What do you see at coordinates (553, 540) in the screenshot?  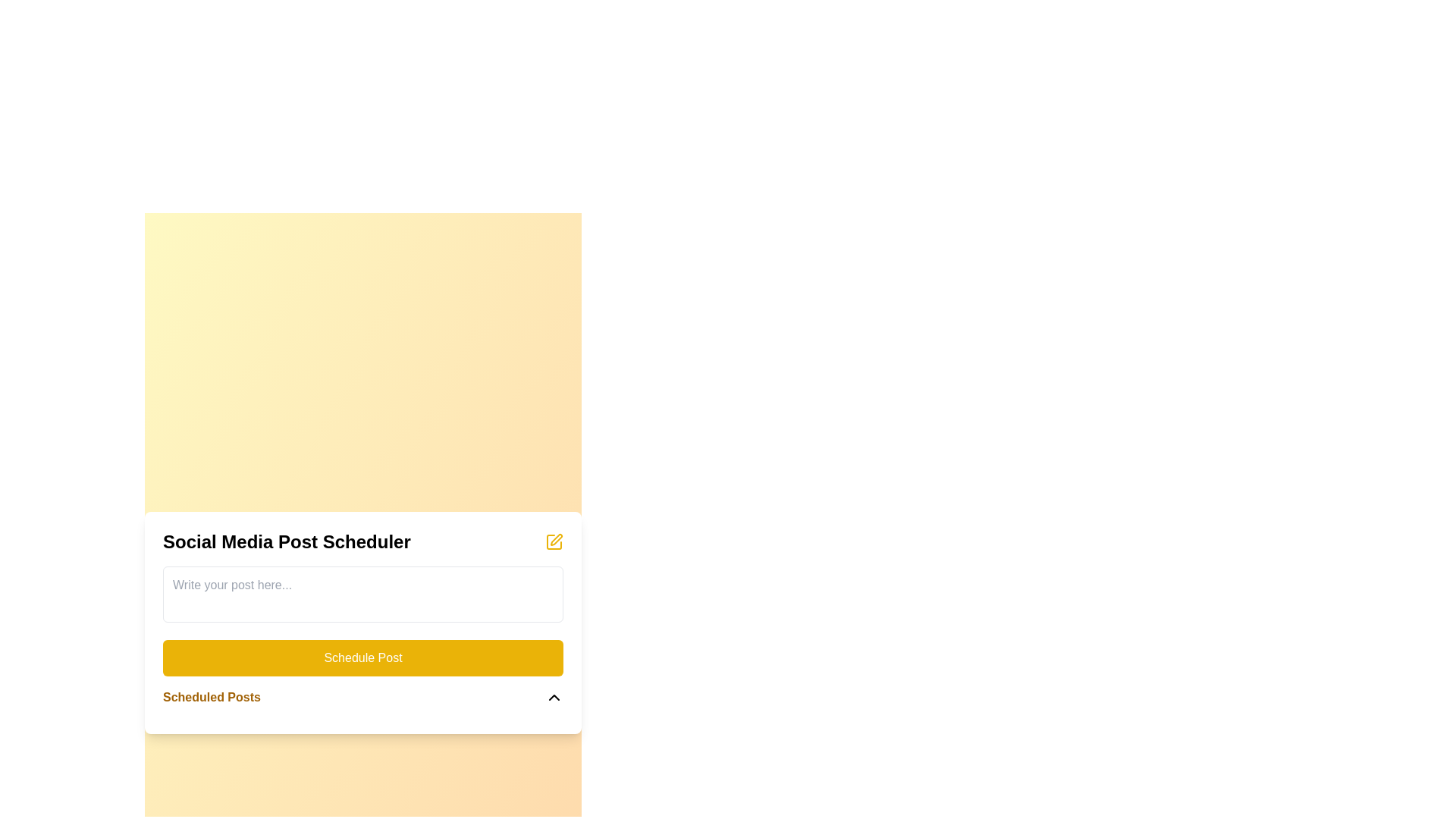 I see `the icon button located near the top-right corner of the 'Social Media Post Scheduler' section` at bounding box center [553, 540].